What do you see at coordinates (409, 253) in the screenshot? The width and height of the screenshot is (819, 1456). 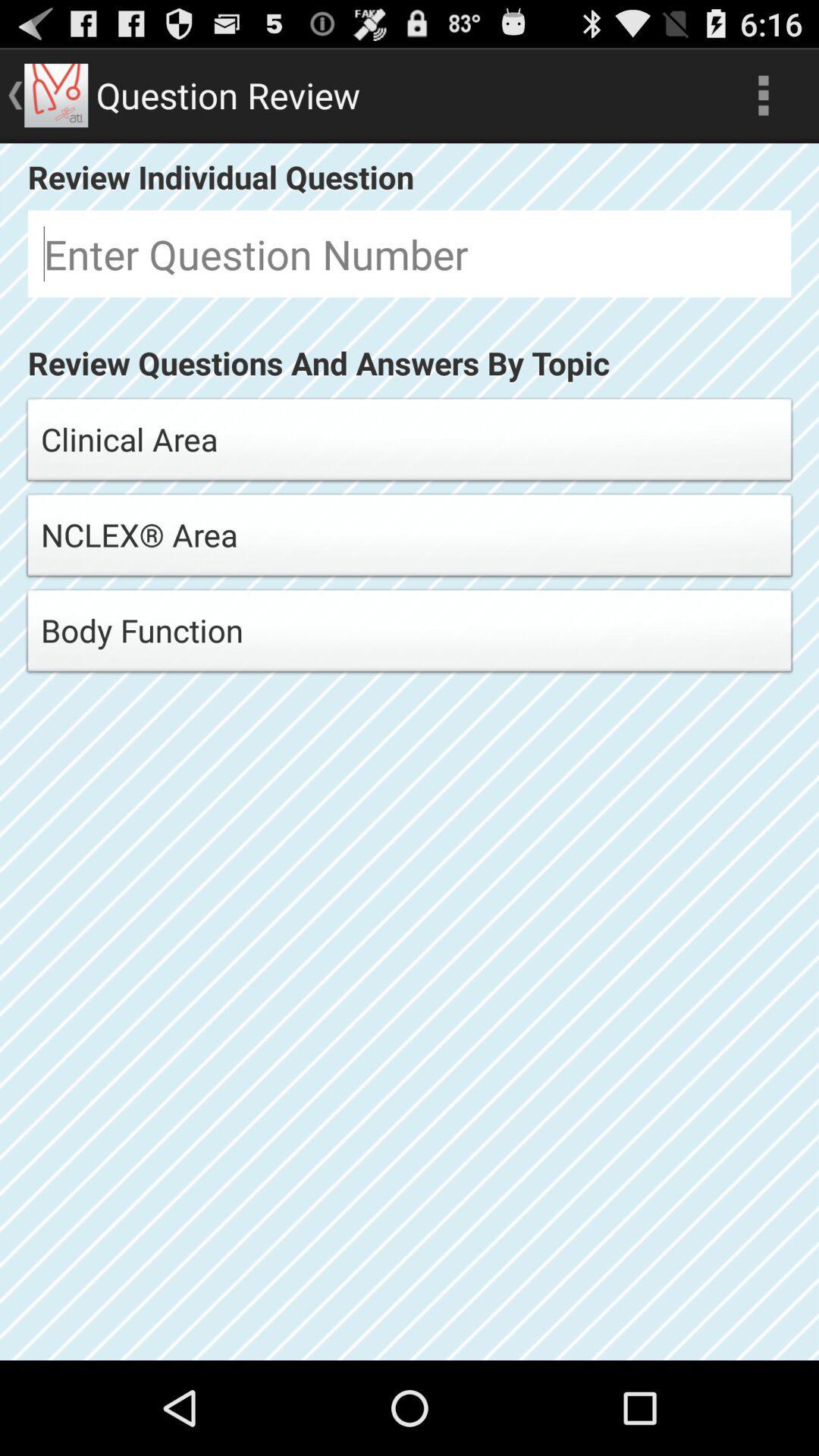 I see `question number` at bounding box center [409, 253].